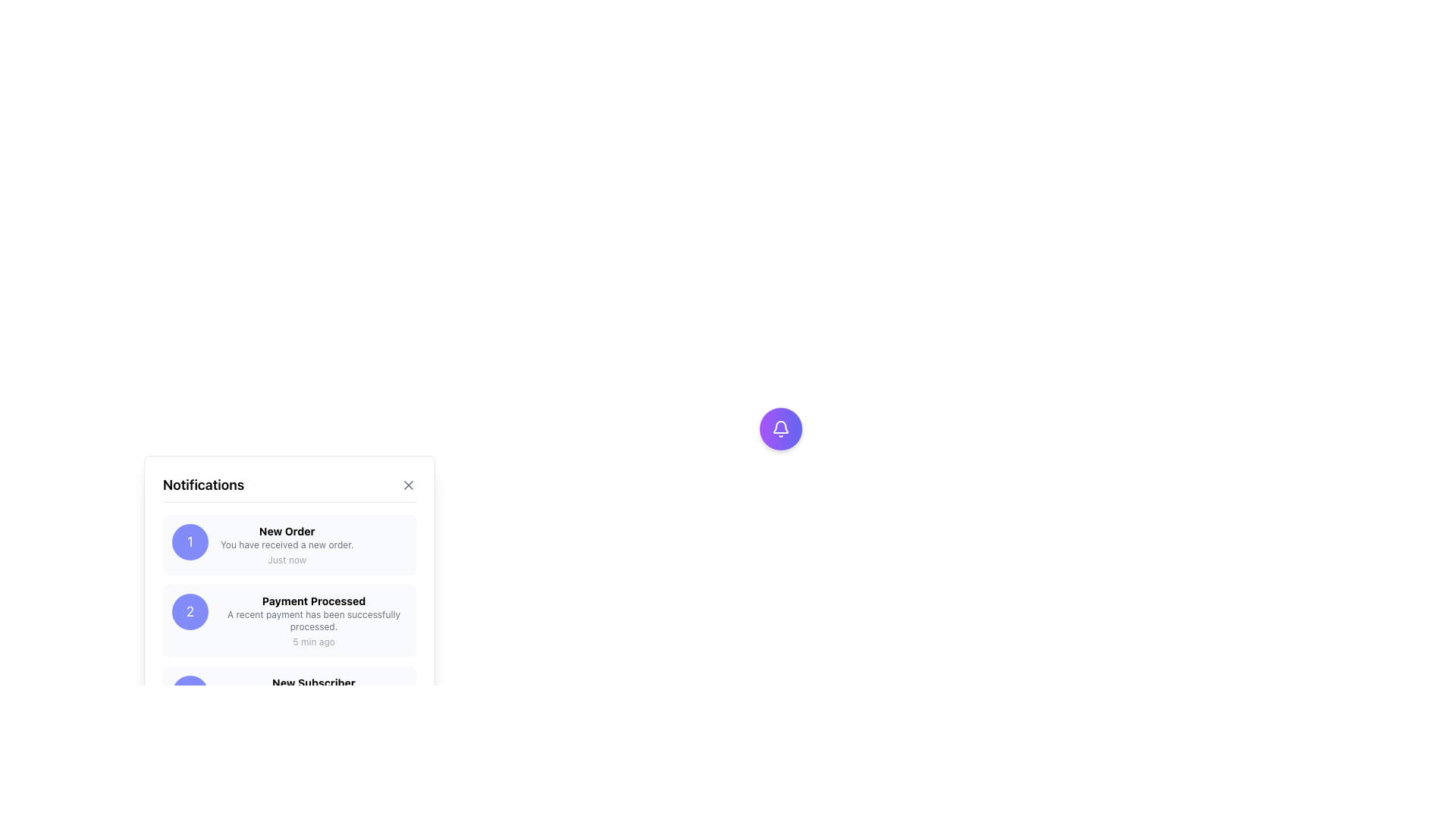  I want to click on the cross icon within the notifications panel, so click(408, 485).